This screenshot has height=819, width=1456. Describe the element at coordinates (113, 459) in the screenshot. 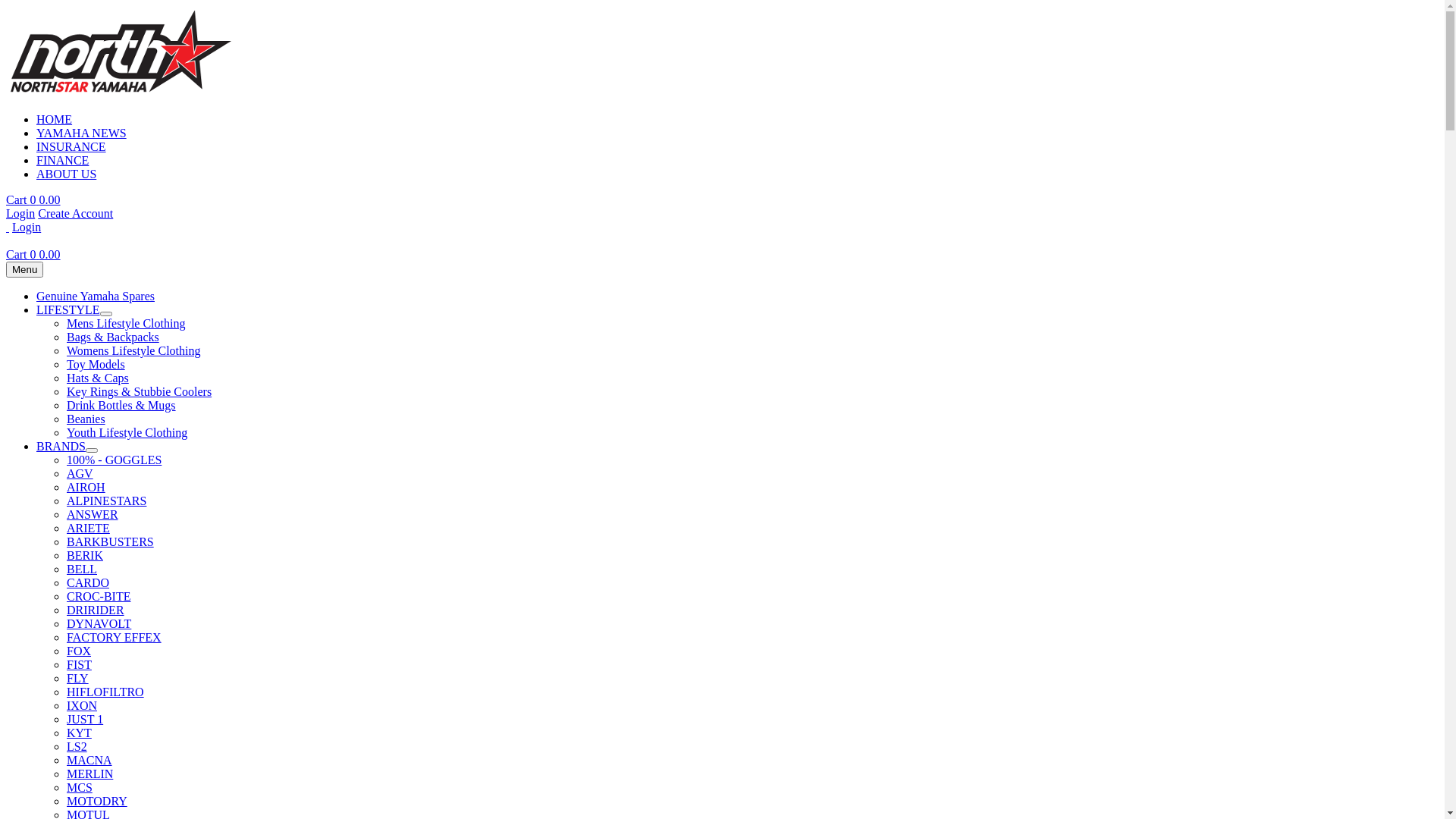

I see `'100% - GOGGLES'` at that location.